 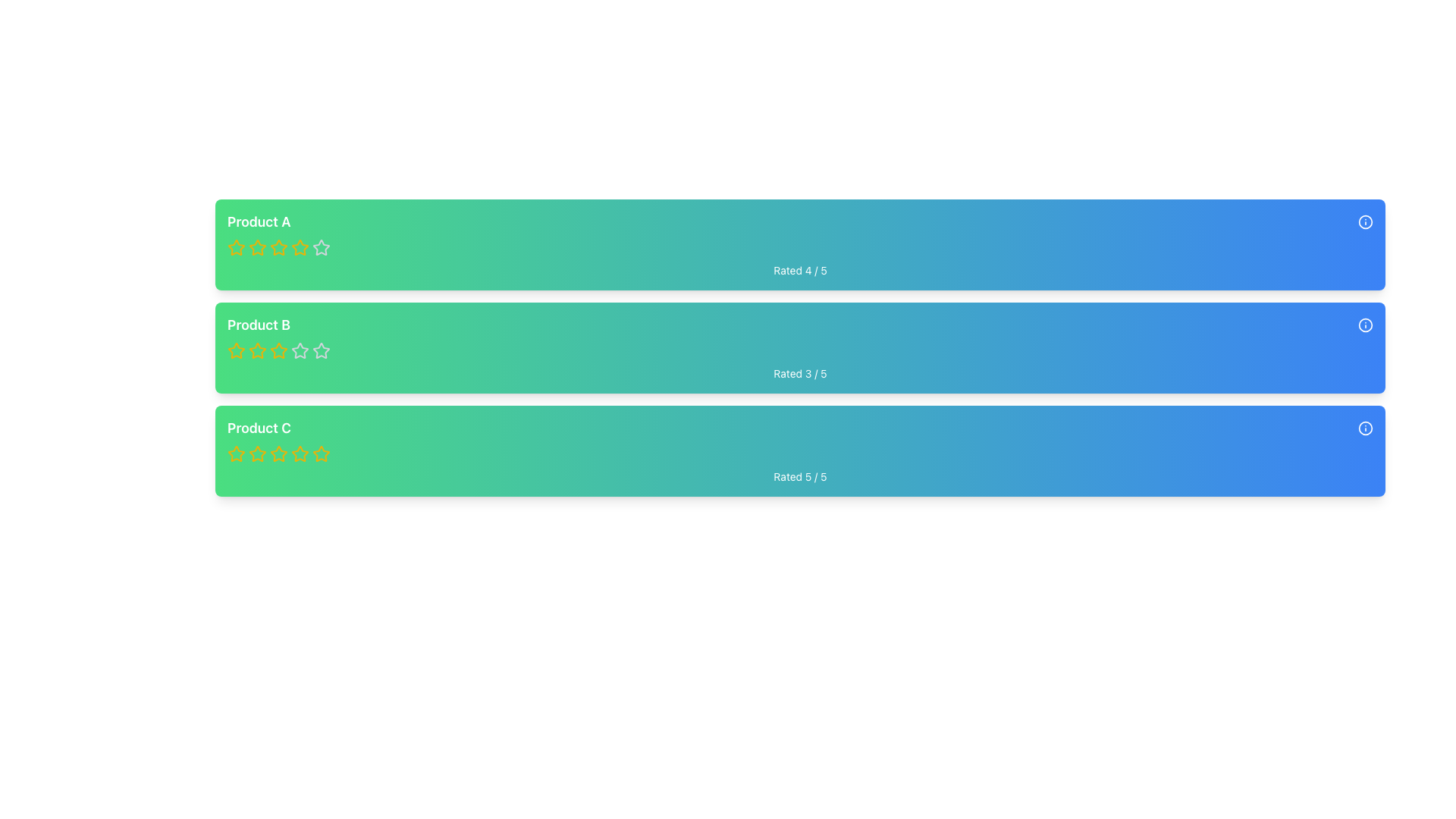 What do you see at coordinates (320, 453) in the screenshot?
I see `the fifth star icon representing a rating of 5 for 'Product C' to gauge the product's rating` at bounding box center [320, 453].